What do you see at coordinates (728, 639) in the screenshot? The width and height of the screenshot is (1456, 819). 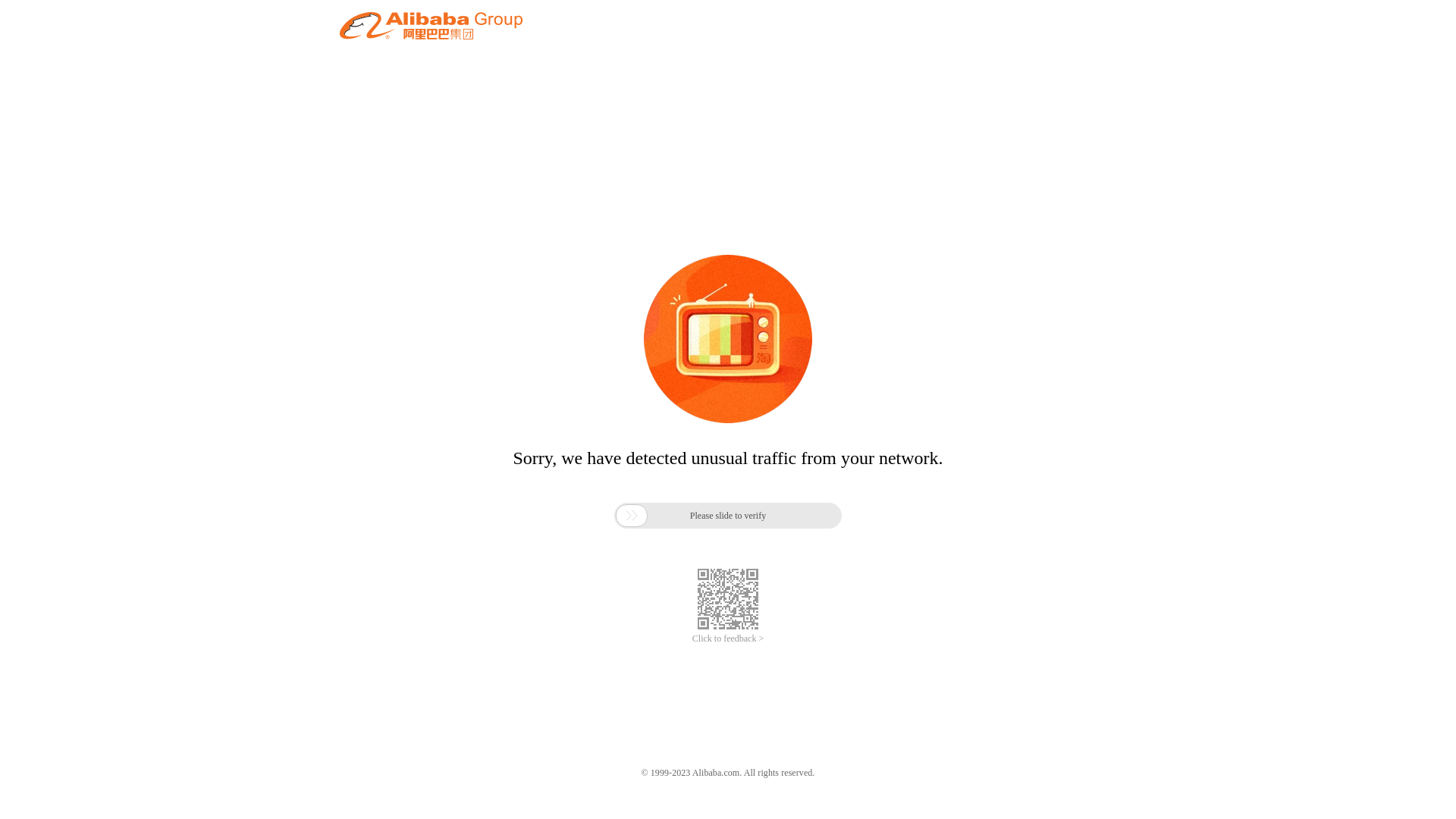 I see `'Click to feedback >'` at bounding box center [728, 639].